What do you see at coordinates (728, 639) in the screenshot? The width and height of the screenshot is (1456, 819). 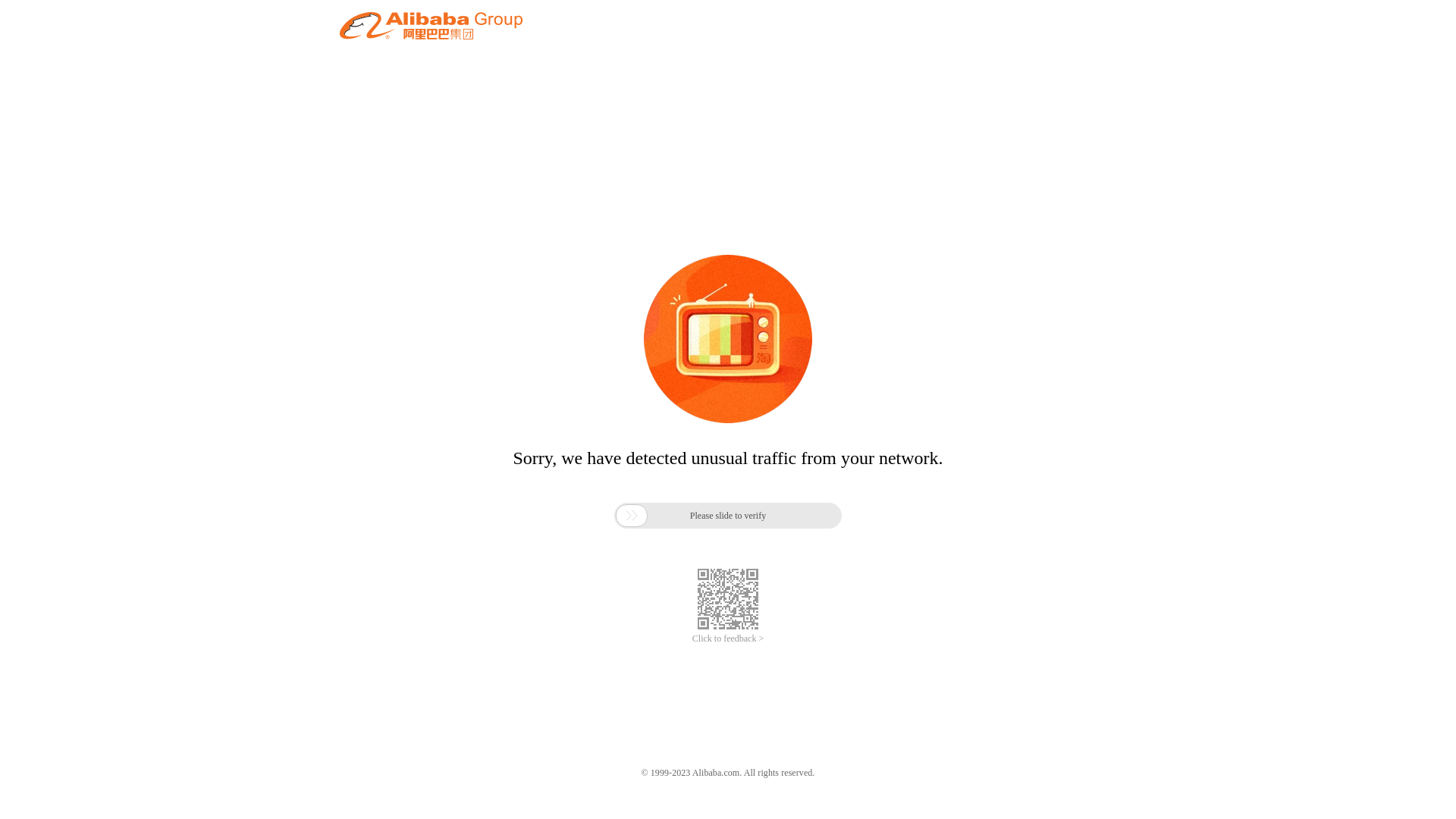 I see `'Click to feedback >'` at bounding box center [728, 639].